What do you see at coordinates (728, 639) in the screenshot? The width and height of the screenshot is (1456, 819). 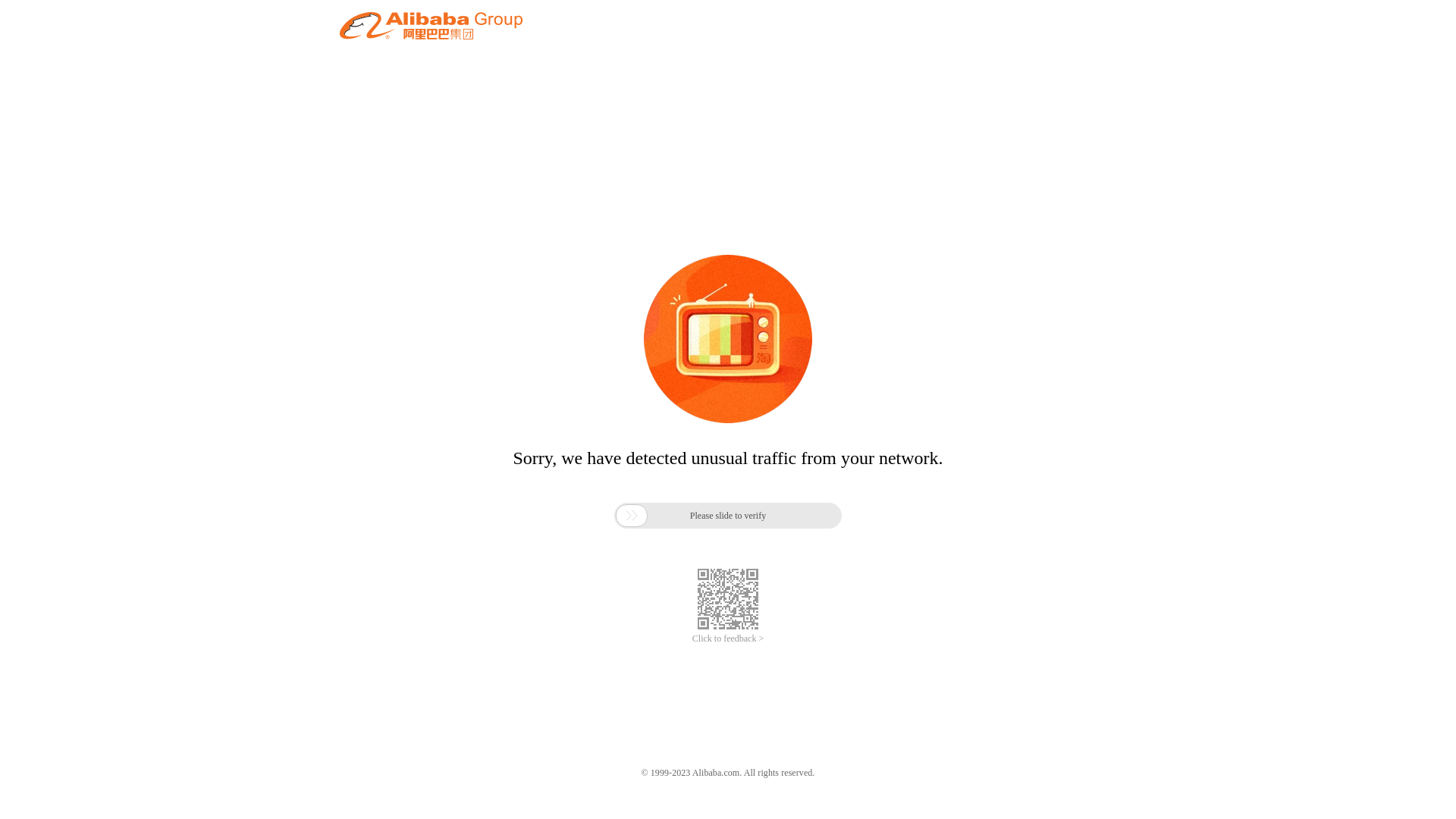 I see `'Click to feedback >'` at bounding box center [728, 639].